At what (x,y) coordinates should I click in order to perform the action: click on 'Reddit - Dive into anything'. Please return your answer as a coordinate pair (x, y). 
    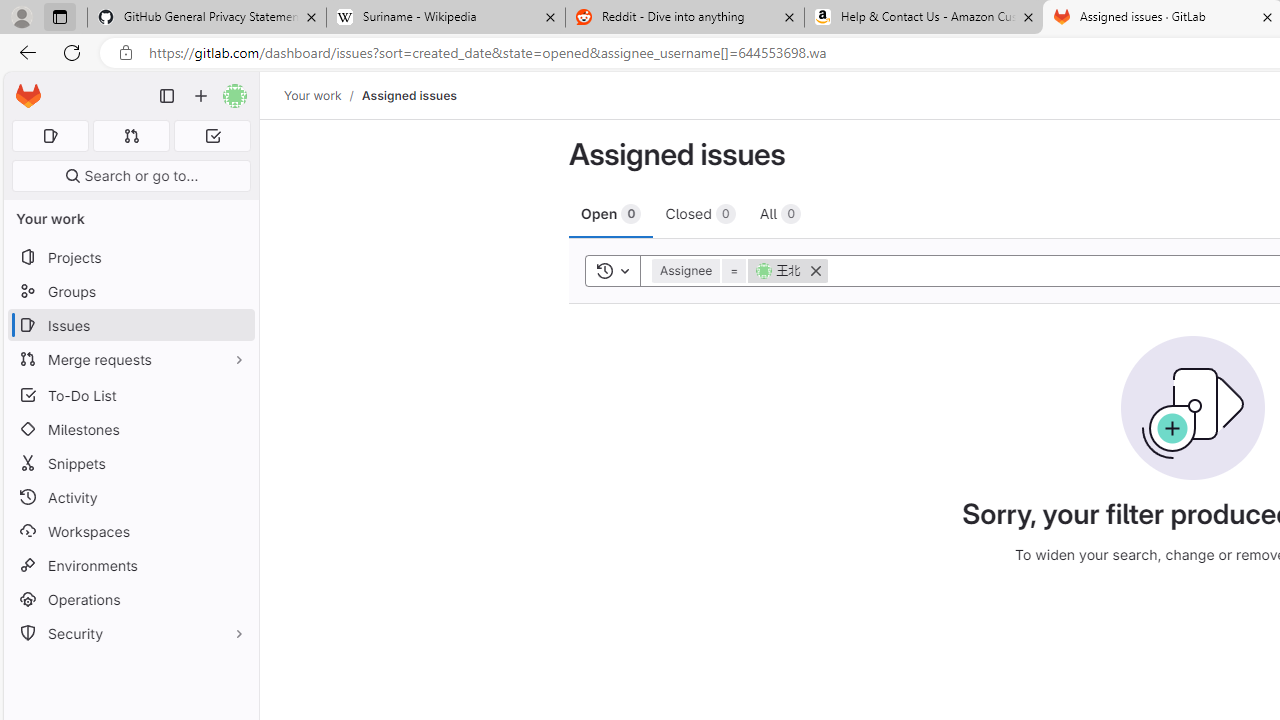
    Looking at the image, I should click on (684, 17).